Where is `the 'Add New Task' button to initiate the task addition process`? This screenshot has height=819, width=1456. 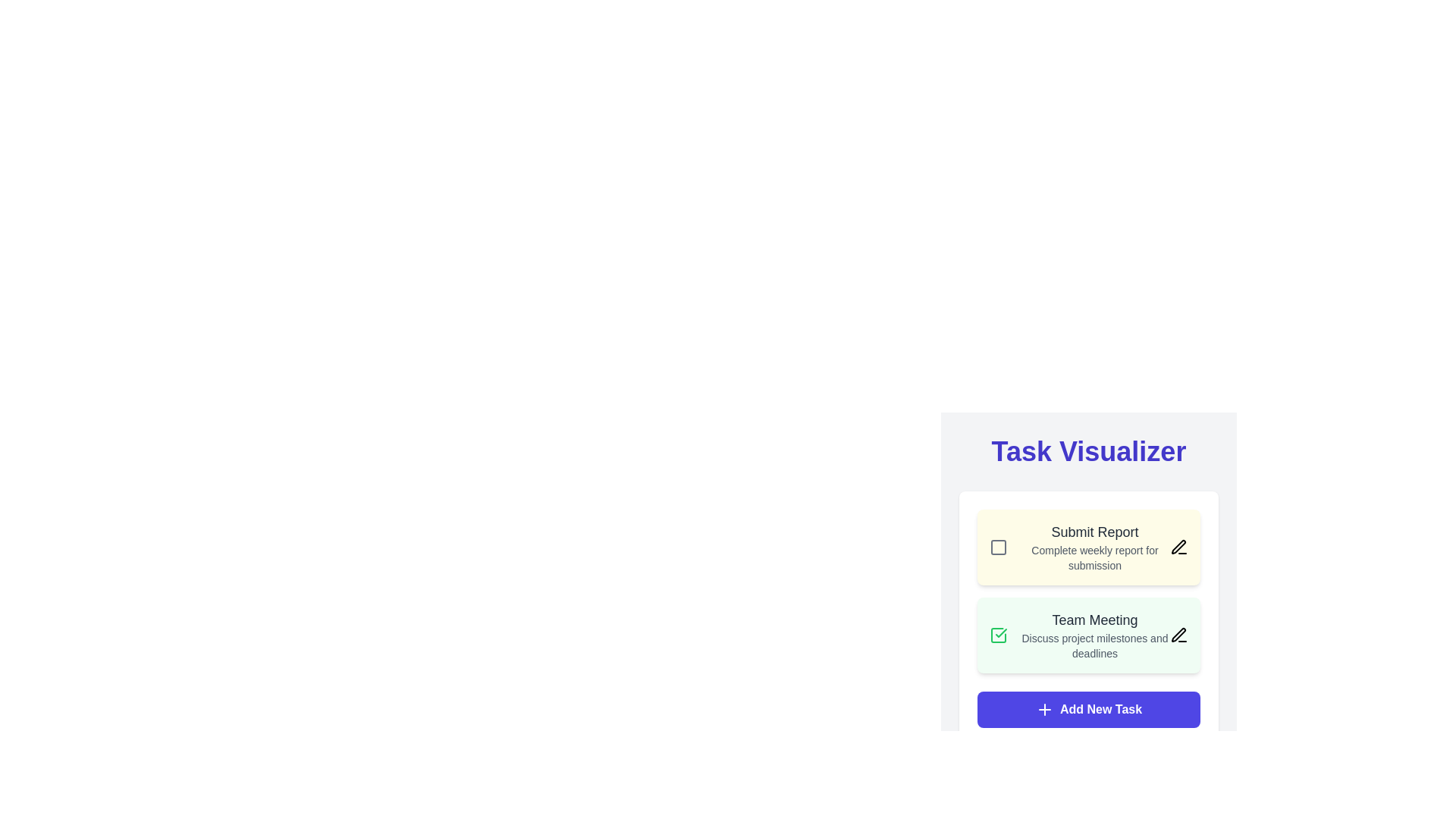 the 'Add New Task' button to initiate the task addition process is located at coordinates (1087, 710).